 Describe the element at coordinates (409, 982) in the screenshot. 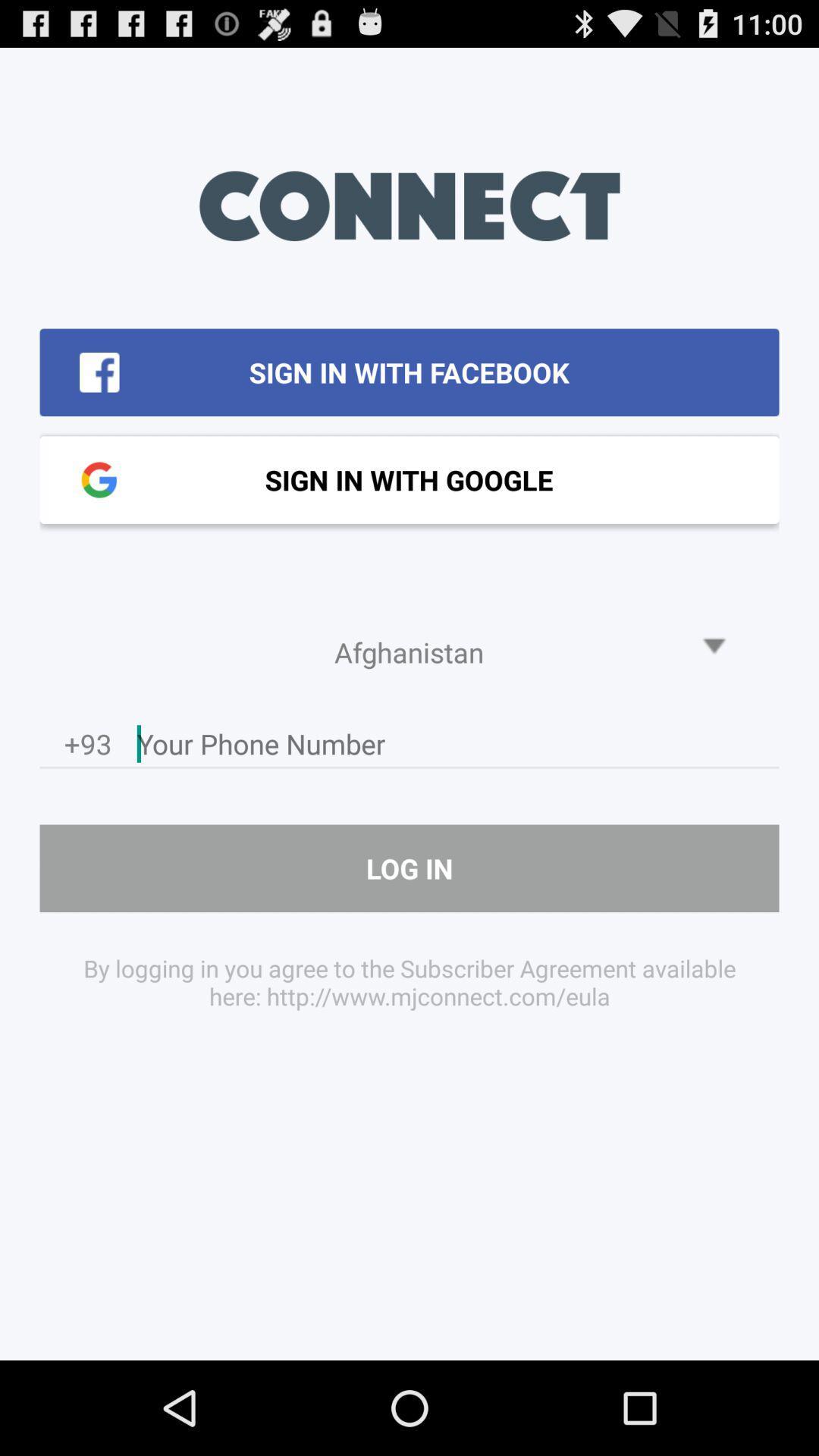

I see `the by logging in item` at that location.